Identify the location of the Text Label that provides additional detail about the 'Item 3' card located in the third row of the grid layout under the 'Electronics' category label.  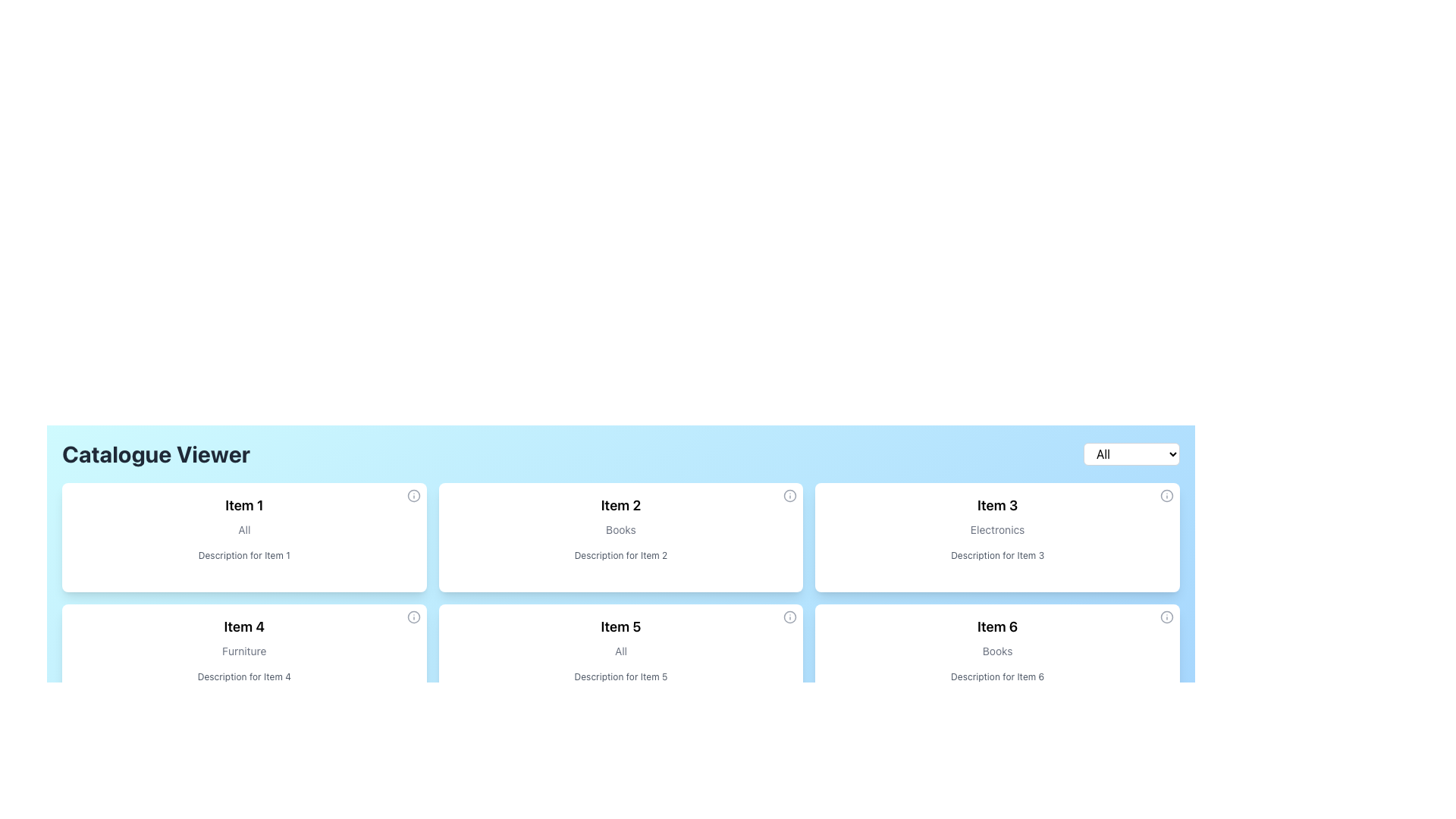
(997, 555).